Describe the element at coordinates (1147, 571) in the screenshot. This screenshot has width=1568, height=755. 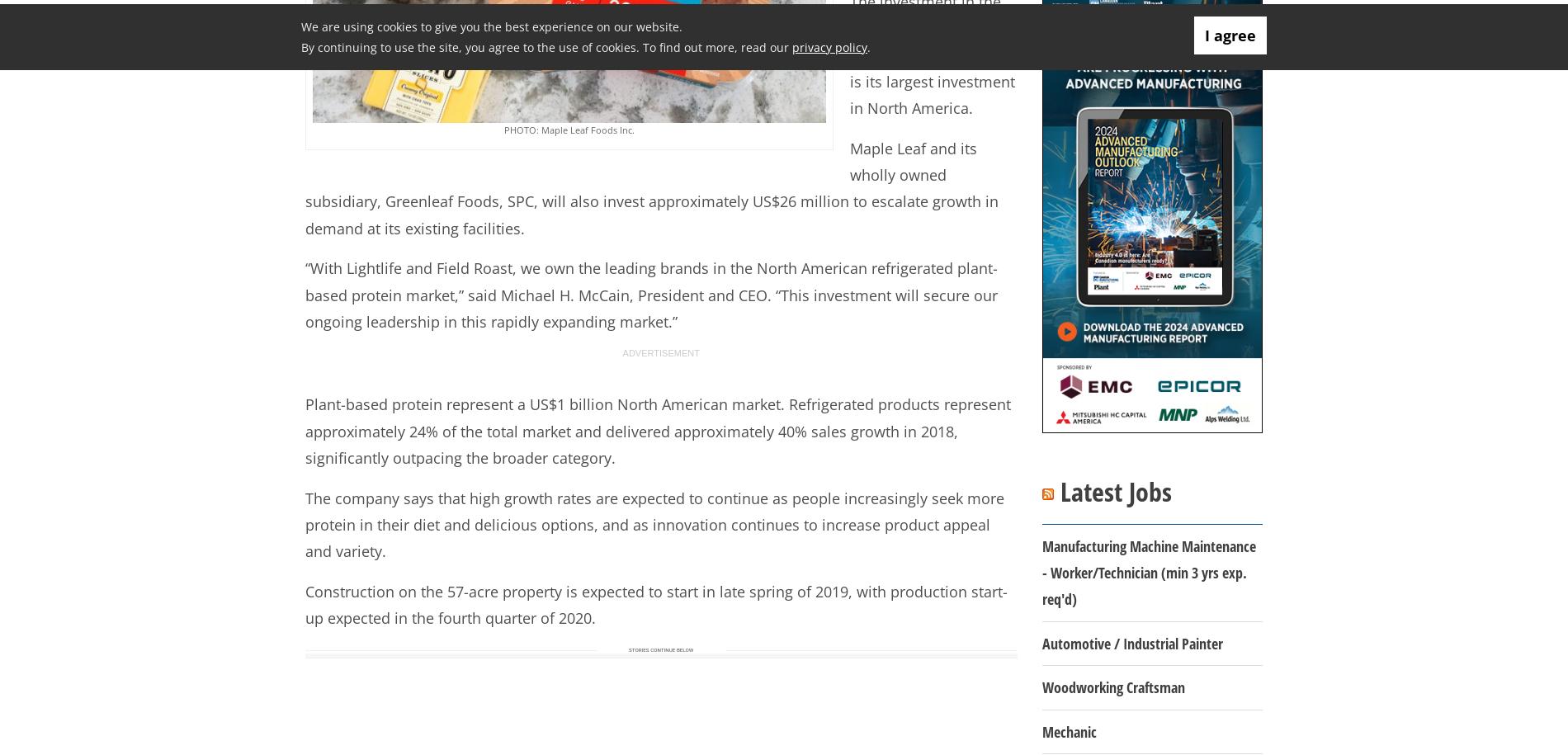
I see `'Manufacturing Machine Maintenance - Worker/Technician (min 3 yrs exp. req'd)'` at that location.